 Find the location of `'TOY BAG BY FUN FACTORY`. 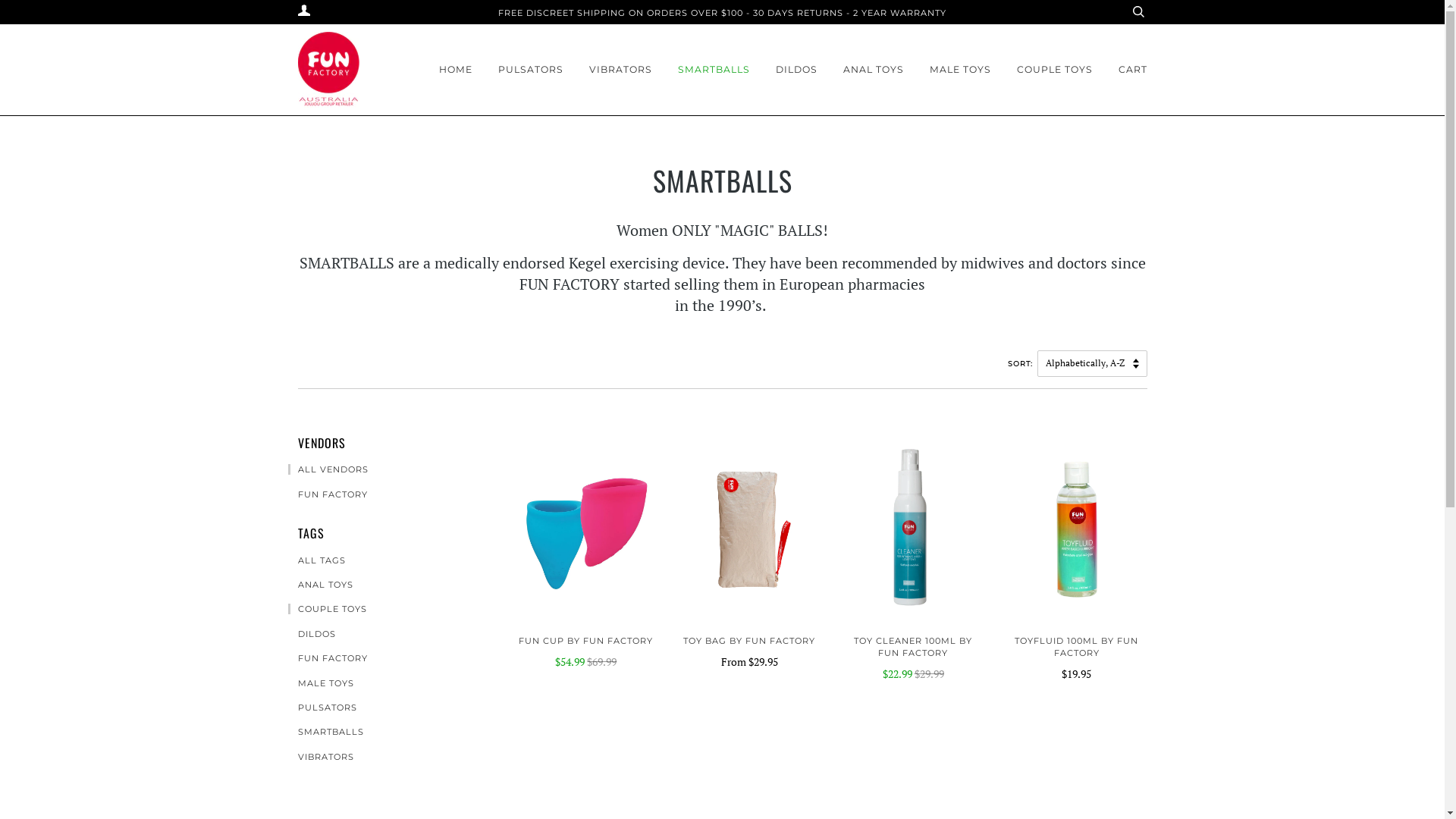

'TOY BAG BY FUN FACTORY is located at coordinates (749, 651).